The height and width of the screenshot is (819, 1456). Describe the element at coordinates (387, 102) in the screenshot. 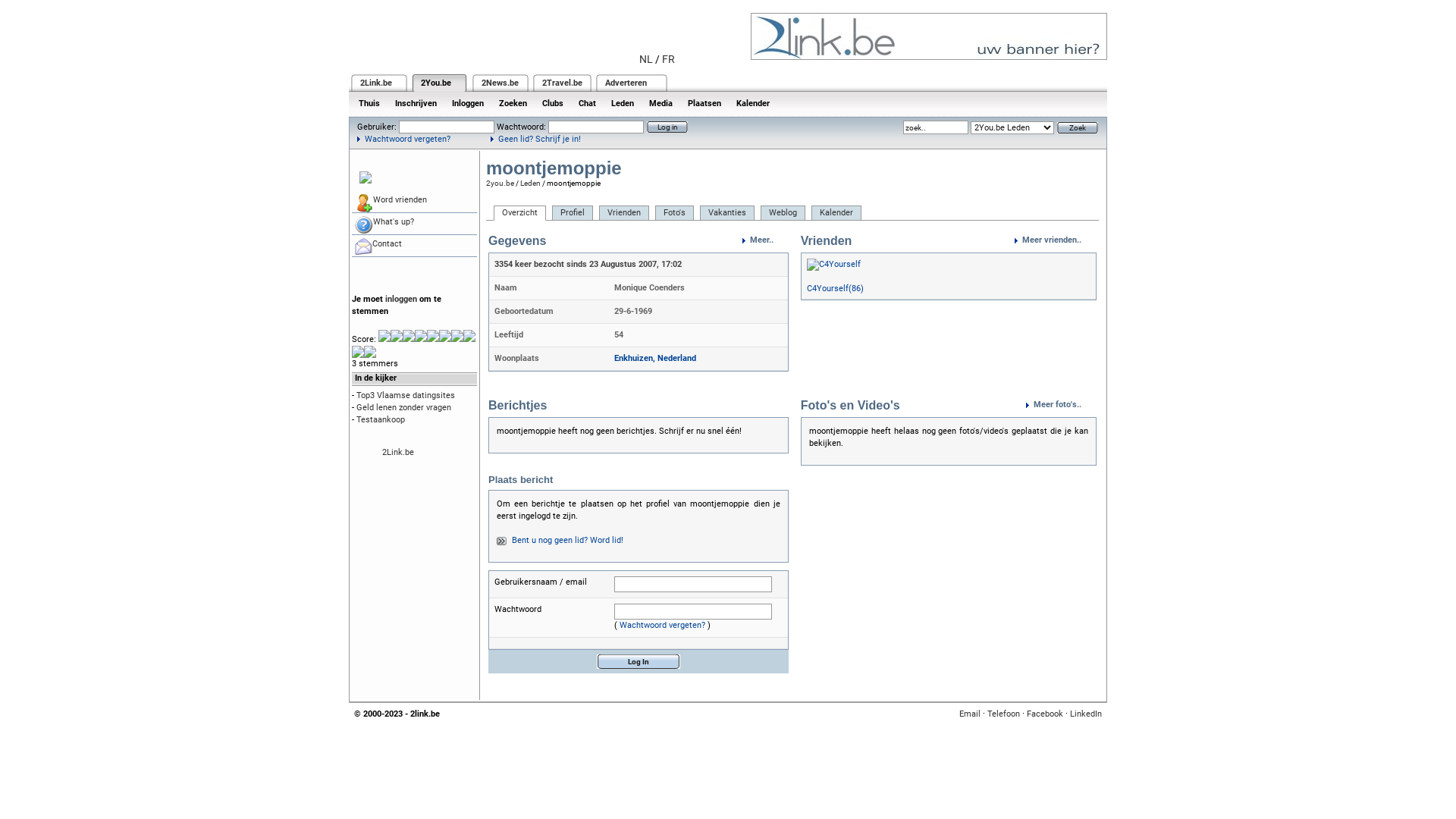

I see `'Inschrijven'` at that location.